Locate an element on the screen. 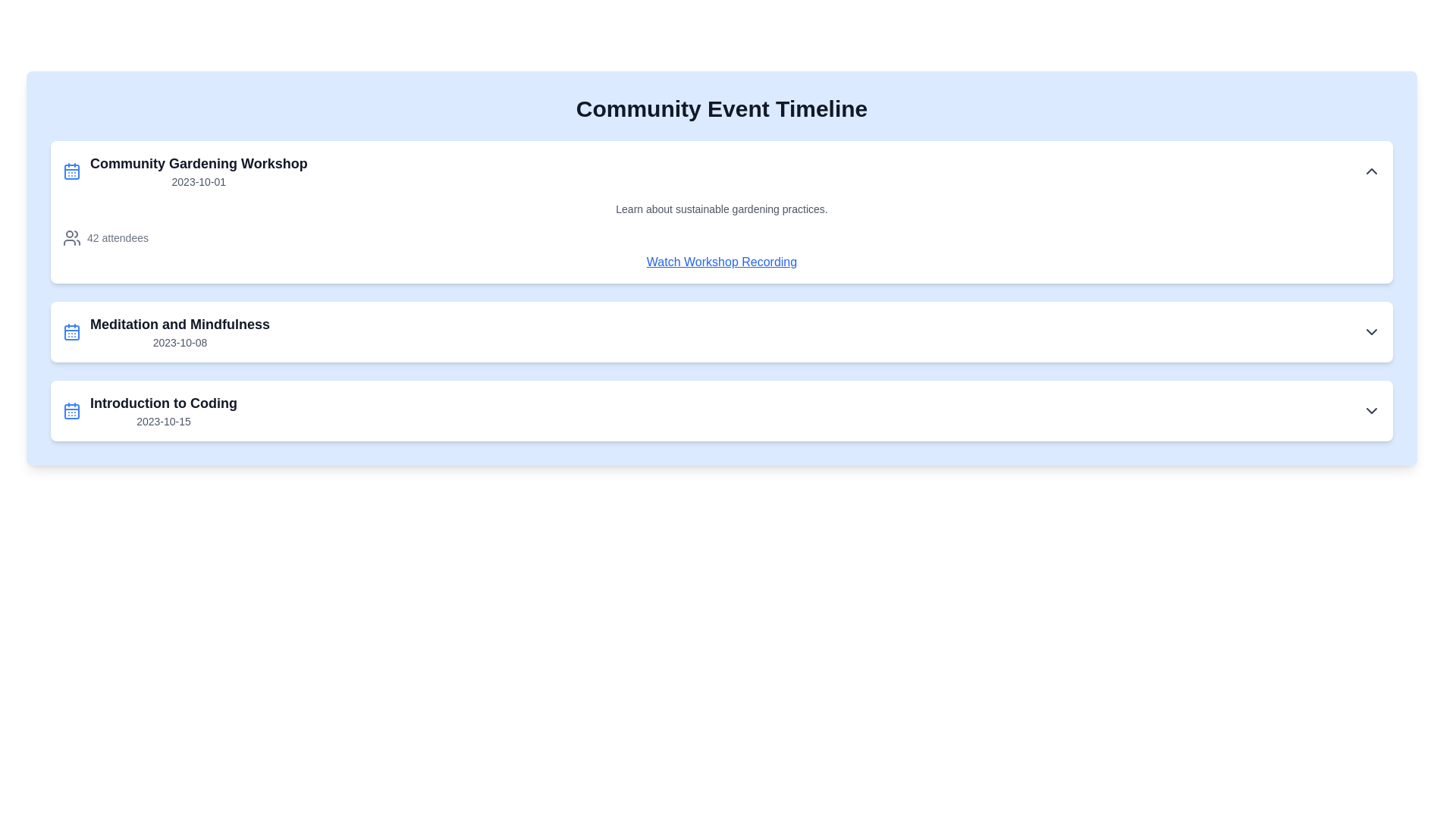 The width and height of the screenshot is (1456, 819). text content of the descriptive label for the event located in the third entry of the 'Community Event Timeline' list, below the 'Meditation and Mindfulness' card is located at coordinates (164, 411).